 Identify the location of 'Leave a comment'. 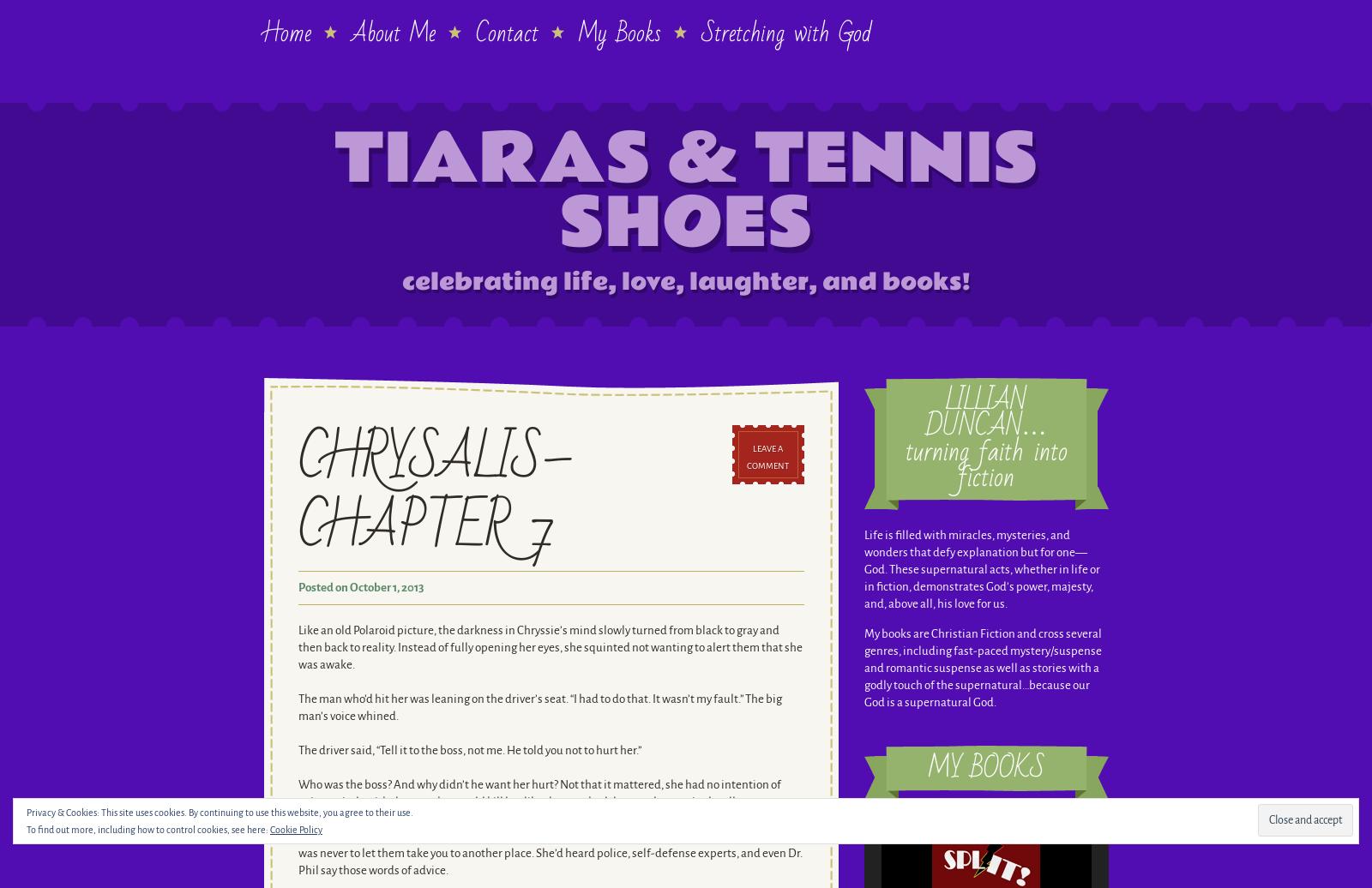
(767, 457).